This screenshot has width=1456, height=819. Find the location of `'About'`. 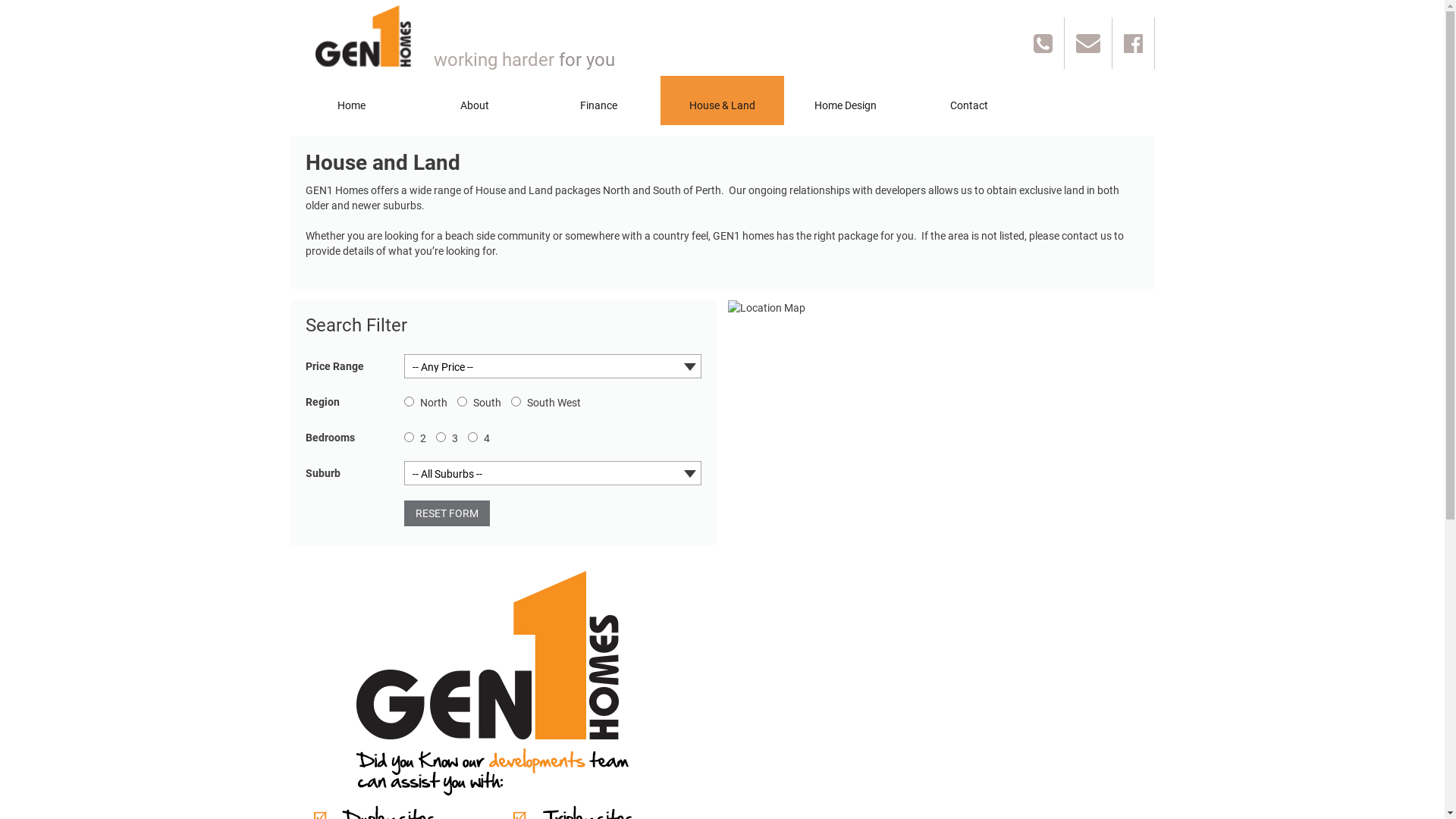

'About' is located at coordinates (412, 104).